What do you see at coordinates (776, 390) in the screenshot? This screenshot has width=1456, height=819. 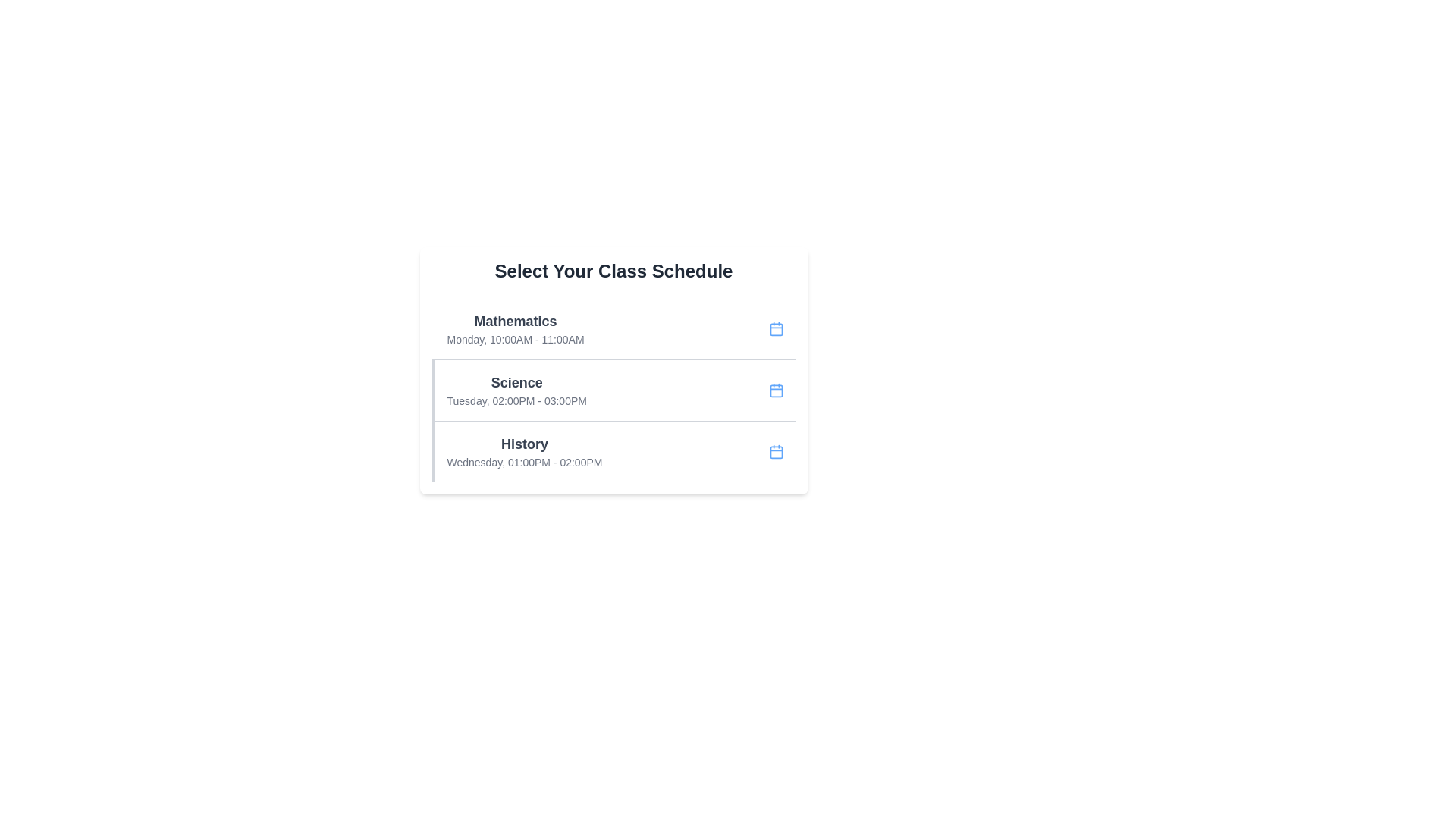 I see `the Calendar icon located to the far right of the schedule item 'Science Tuesday, 02:00 PM - 03:00 PM'` at bounding box center [776, 390].